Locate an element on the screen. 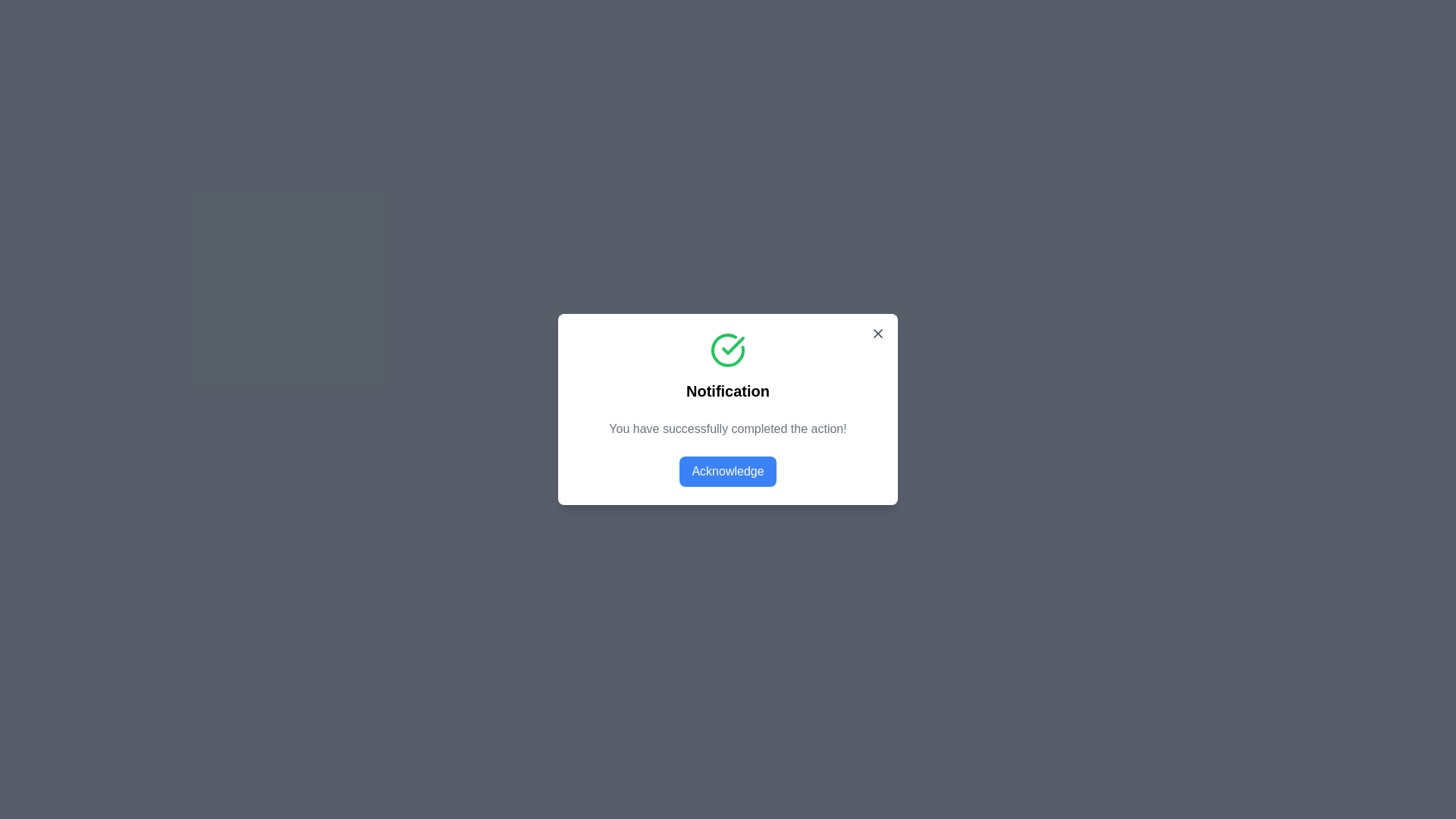 This screenshot has width=1456, height=819. the green circular success icon located above the 'Notification' text in the success modal popup is located at coordinates (733, 345).